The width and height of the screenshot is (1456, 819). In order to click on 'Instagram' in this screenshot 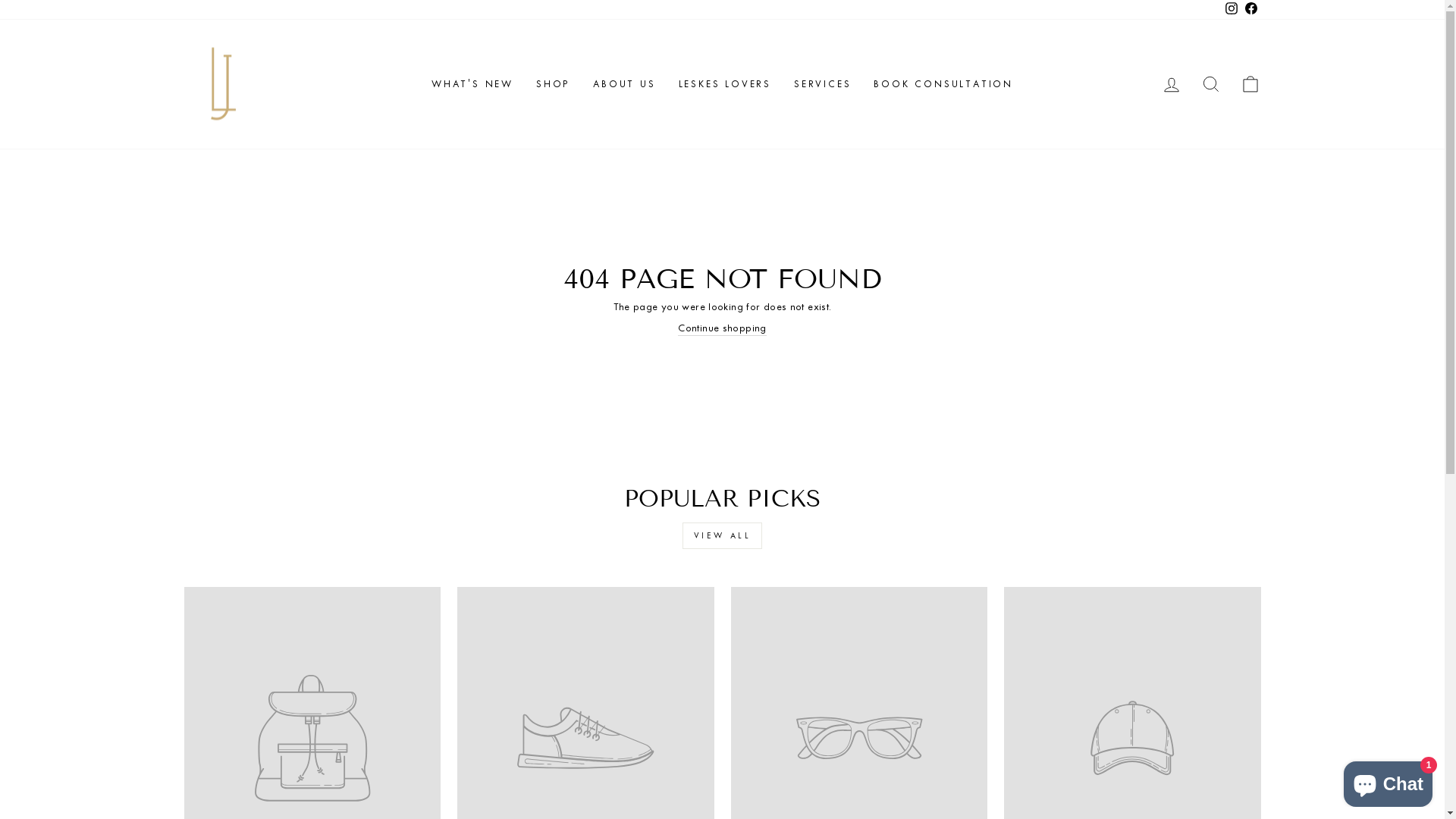, I will do `click(1230, 9)`.